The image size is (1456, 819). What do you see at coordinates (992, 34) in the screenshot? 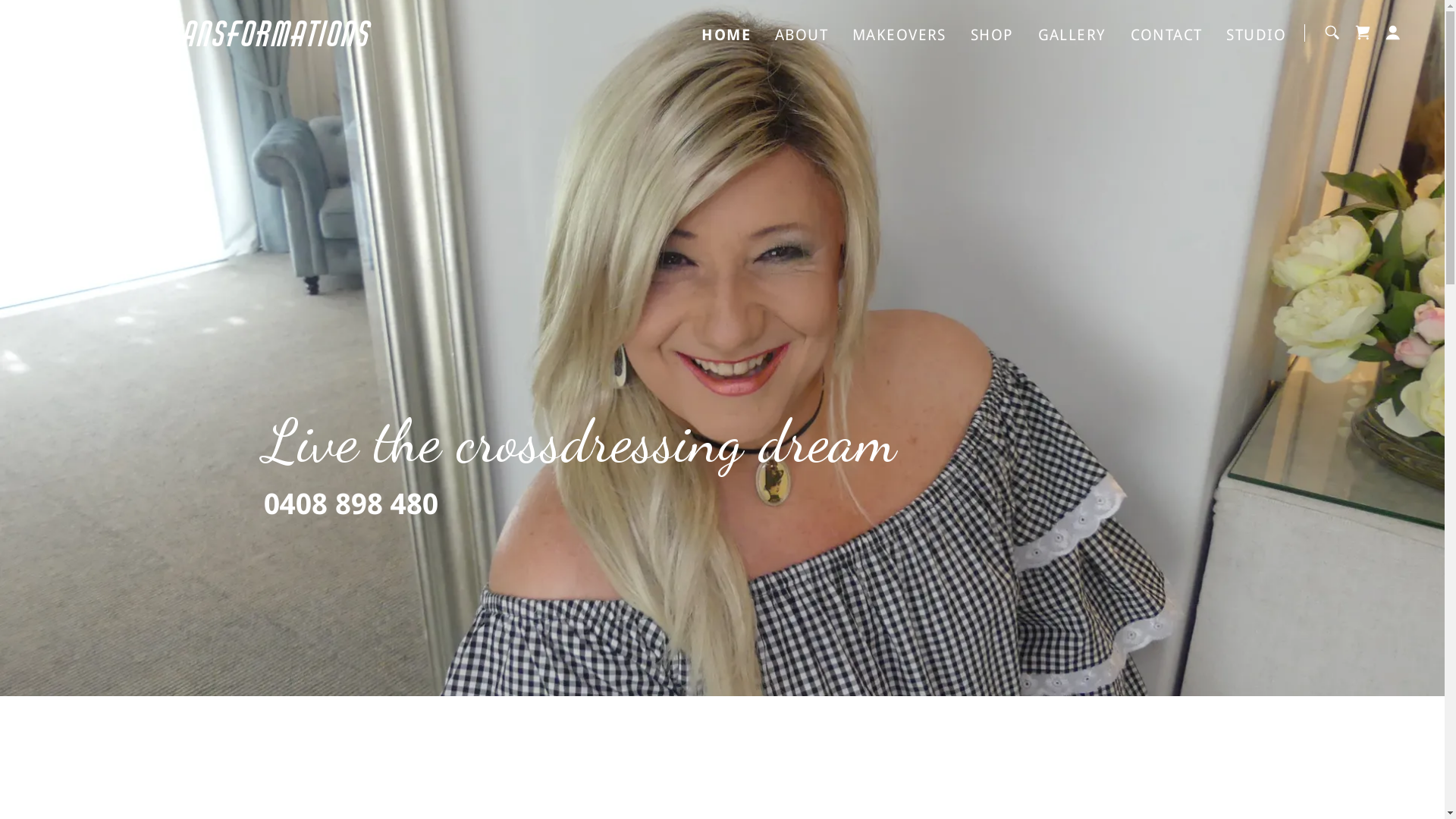
I see `'SHOP'` at bounding box center [992, 34].